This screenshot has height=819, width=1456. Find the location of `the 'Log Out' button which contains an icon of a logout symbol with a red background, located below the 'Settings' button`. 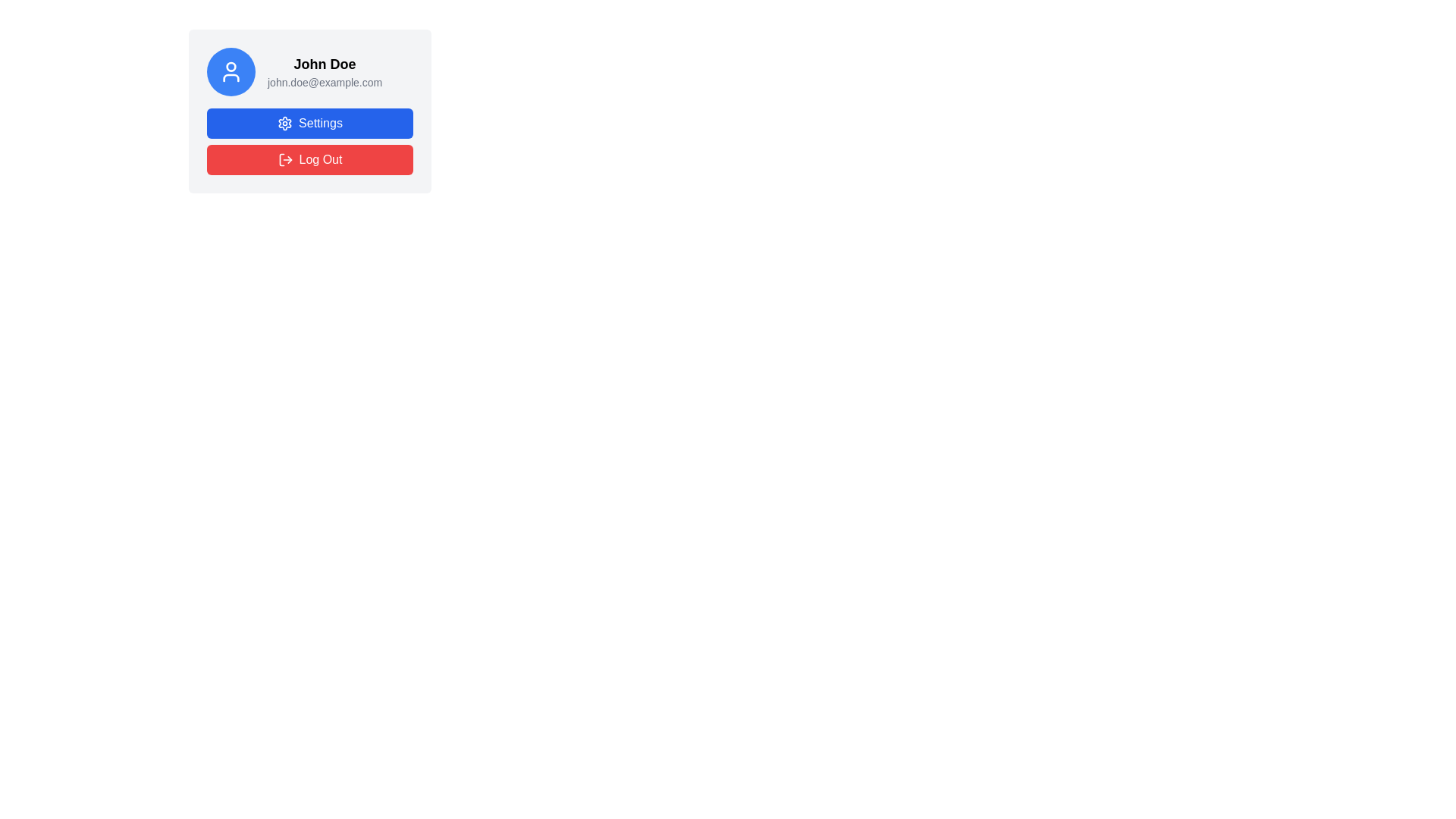

the 'Log Out' button which contains an icon of a logout symbol with a red background, located below the 'Settings' button is located at coordinates (285, 160).